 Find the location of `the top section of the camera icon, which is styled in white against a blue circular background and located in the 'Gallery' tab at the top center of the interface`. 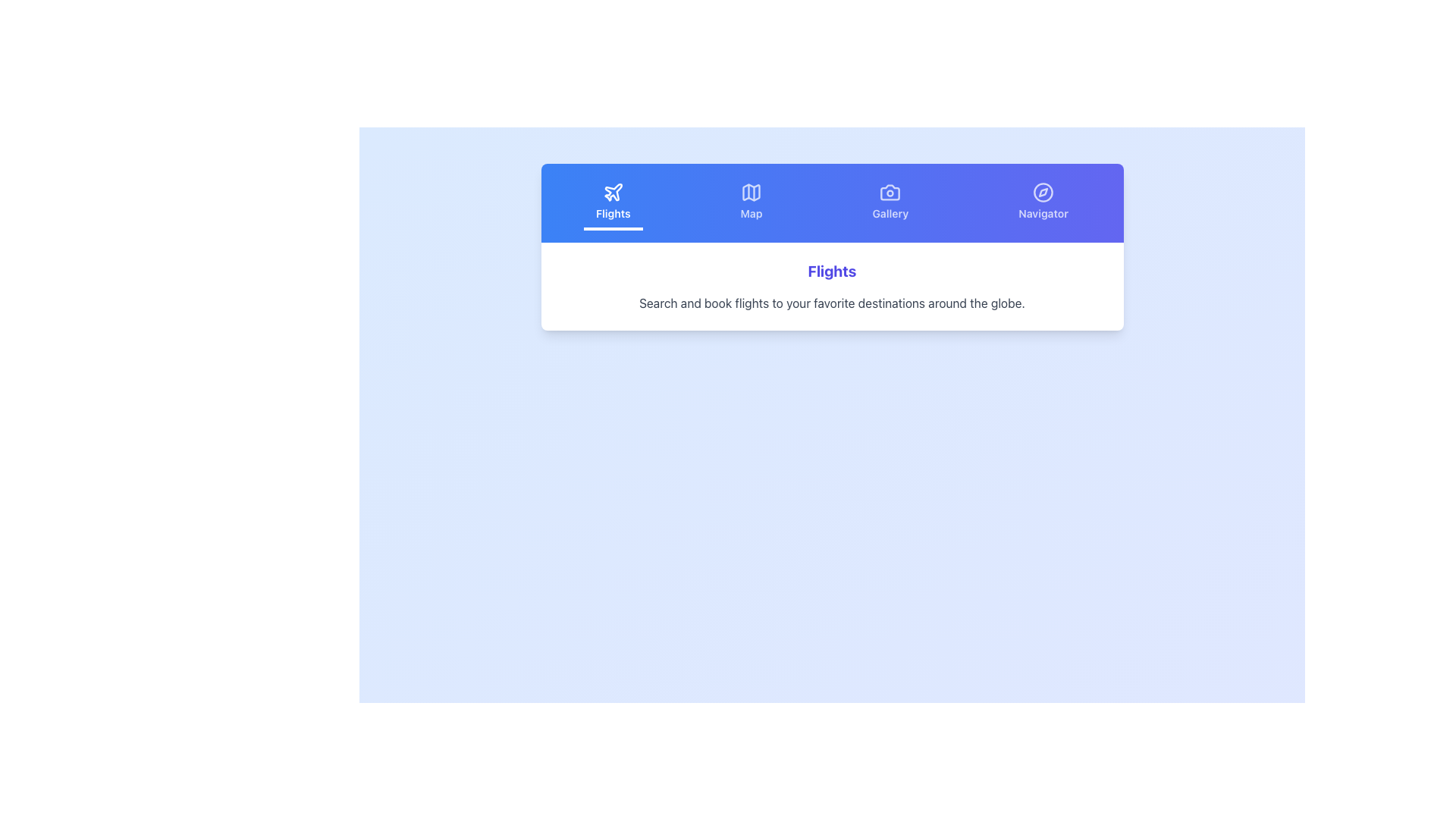

the top section of the camera icon, which is styled in white against a blue circular background and located in the 'Gallery' tab at the top center of the interface is located at coordinates (890, 192).